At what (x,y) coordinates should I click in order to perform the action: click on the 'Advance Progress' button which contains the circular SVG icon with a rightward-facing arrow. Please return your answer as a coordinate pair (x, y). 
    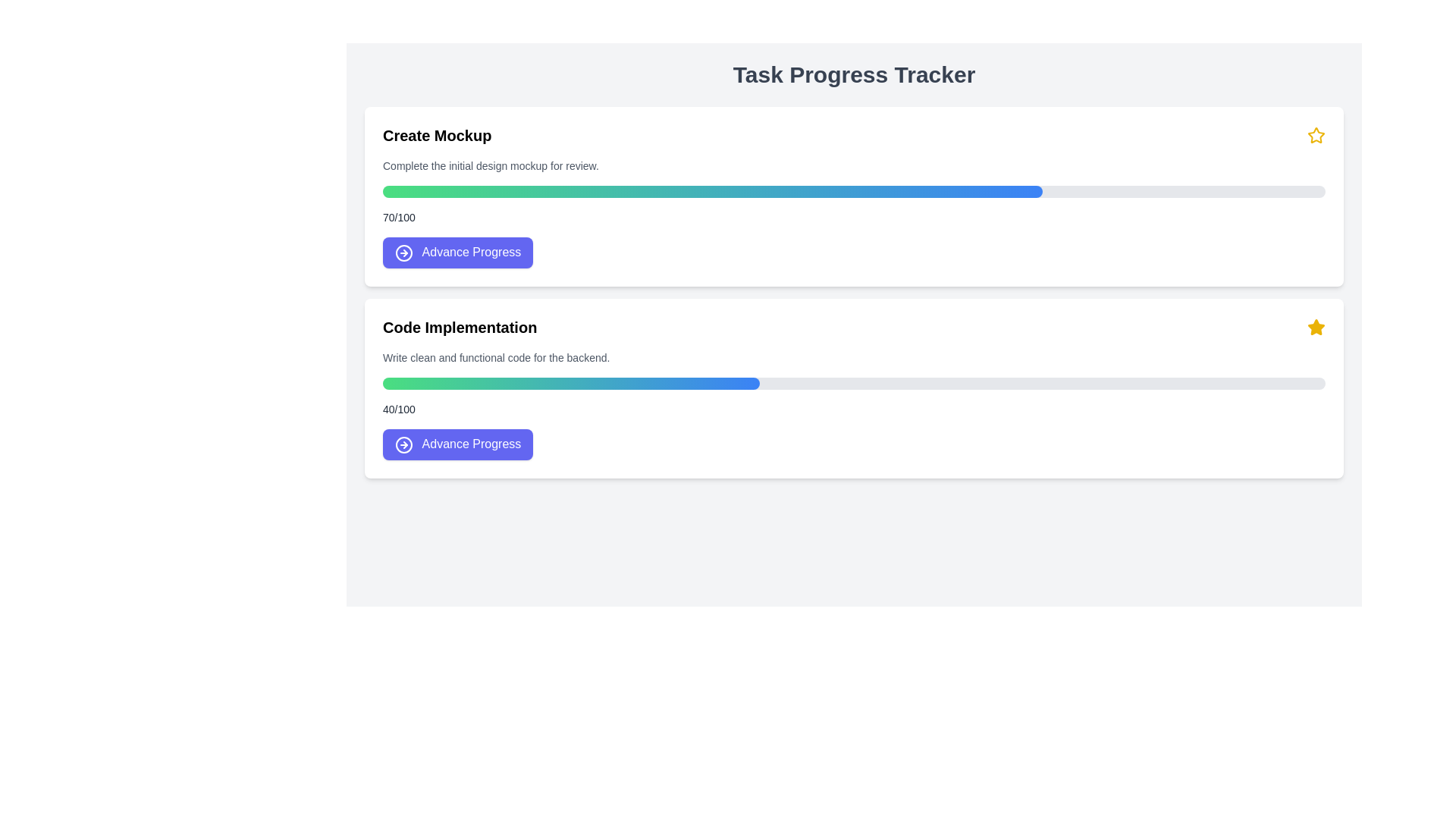
    Looking at the image, I should click on (403, 251).